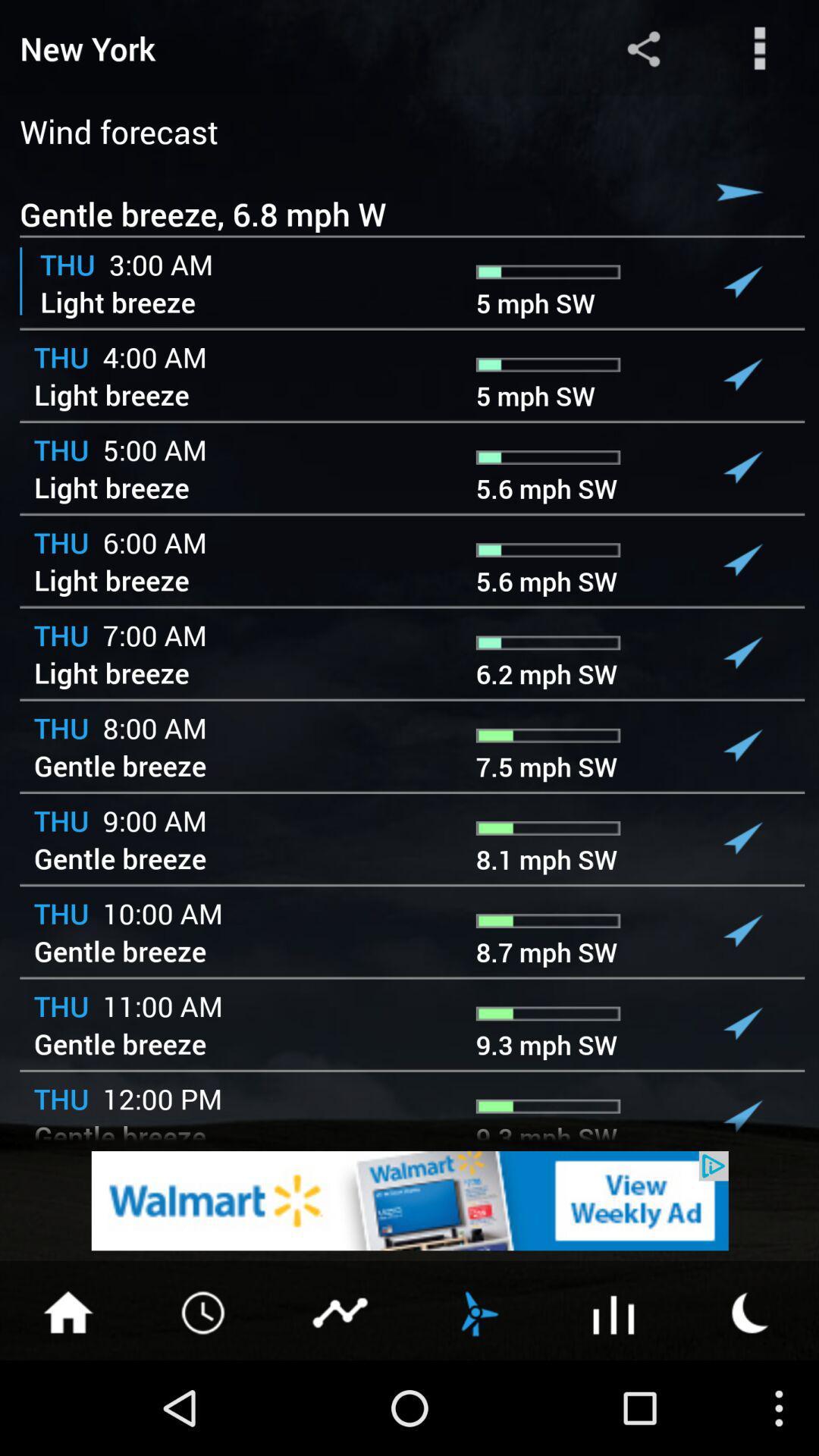 The height and width of the screenshot is (1456, 819). Describe the element at coordinates (67, 1310) in the screenshot. I see `home page icon` at that location.